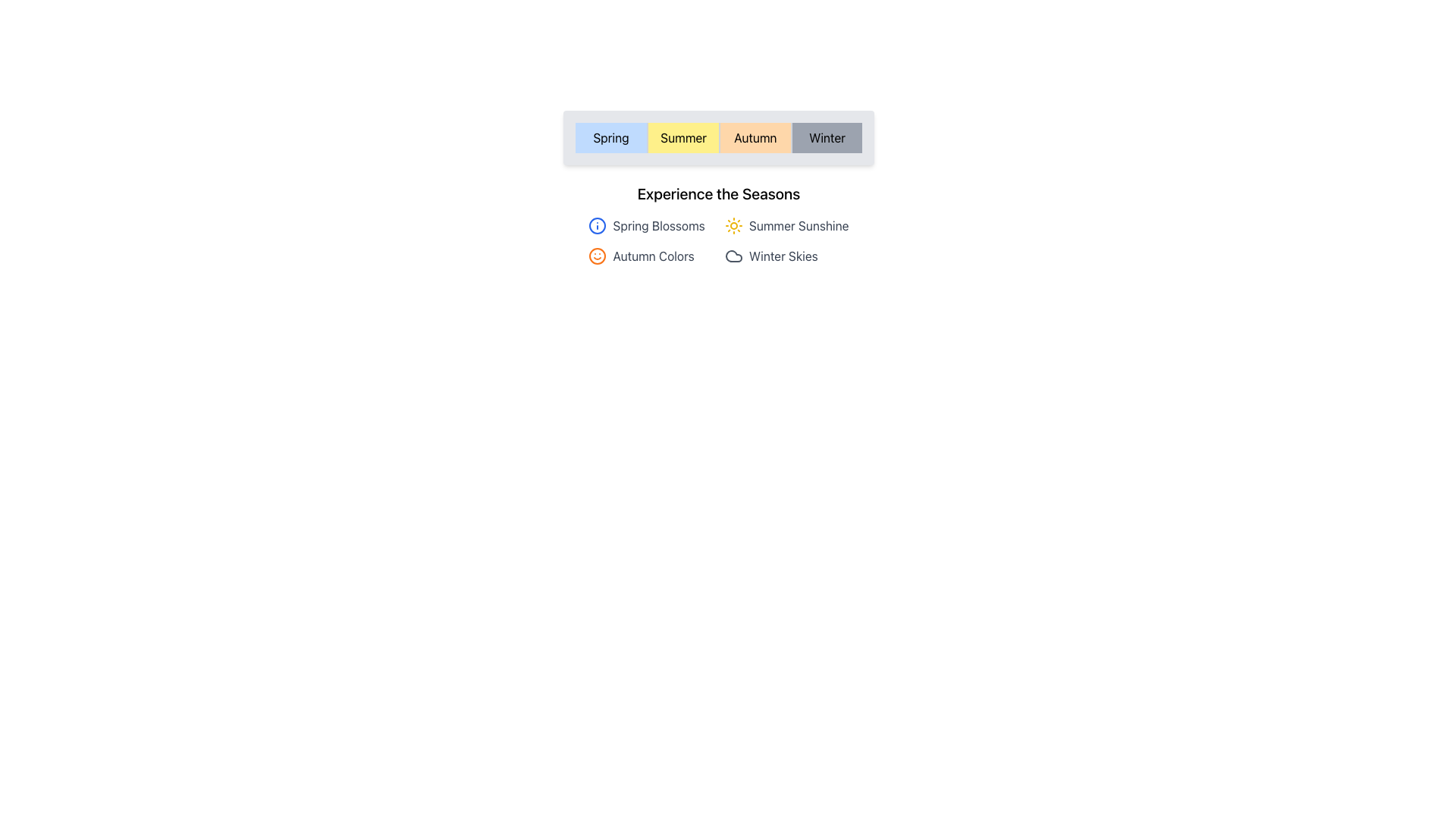  What do you see at coordinates (610, 137) in the screenshot?
I see `the 'Spring' button, which is the leftmost button in a set of four horizontally arranged buttons with a light blue background and black text` at bounding box center [610, 137].